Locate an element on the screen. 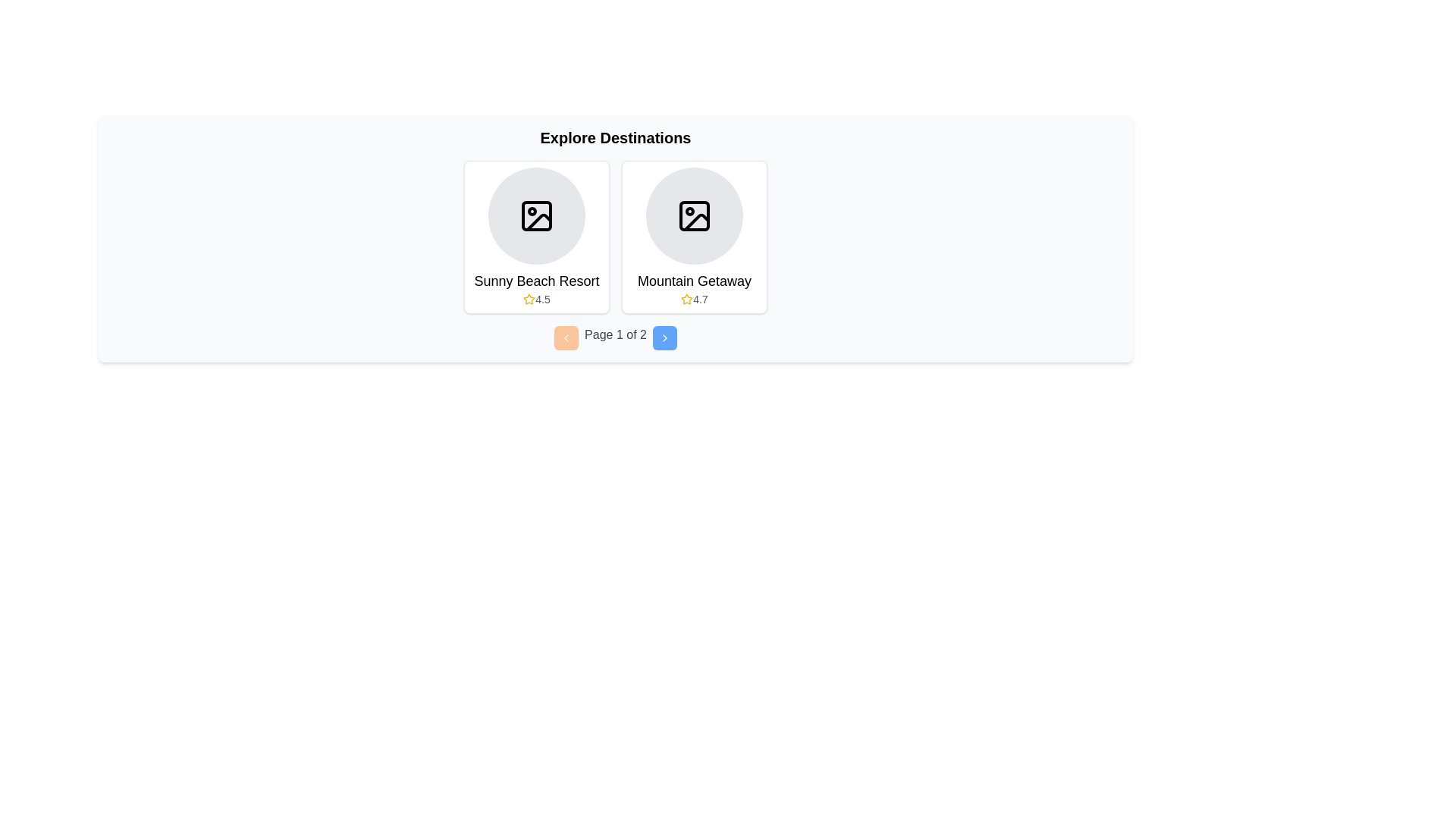  the hollow rectangular bounding box with rounded corners that surrounds the image icon in the 'Mountain Getaway' card is located at coordinates (694, 216).